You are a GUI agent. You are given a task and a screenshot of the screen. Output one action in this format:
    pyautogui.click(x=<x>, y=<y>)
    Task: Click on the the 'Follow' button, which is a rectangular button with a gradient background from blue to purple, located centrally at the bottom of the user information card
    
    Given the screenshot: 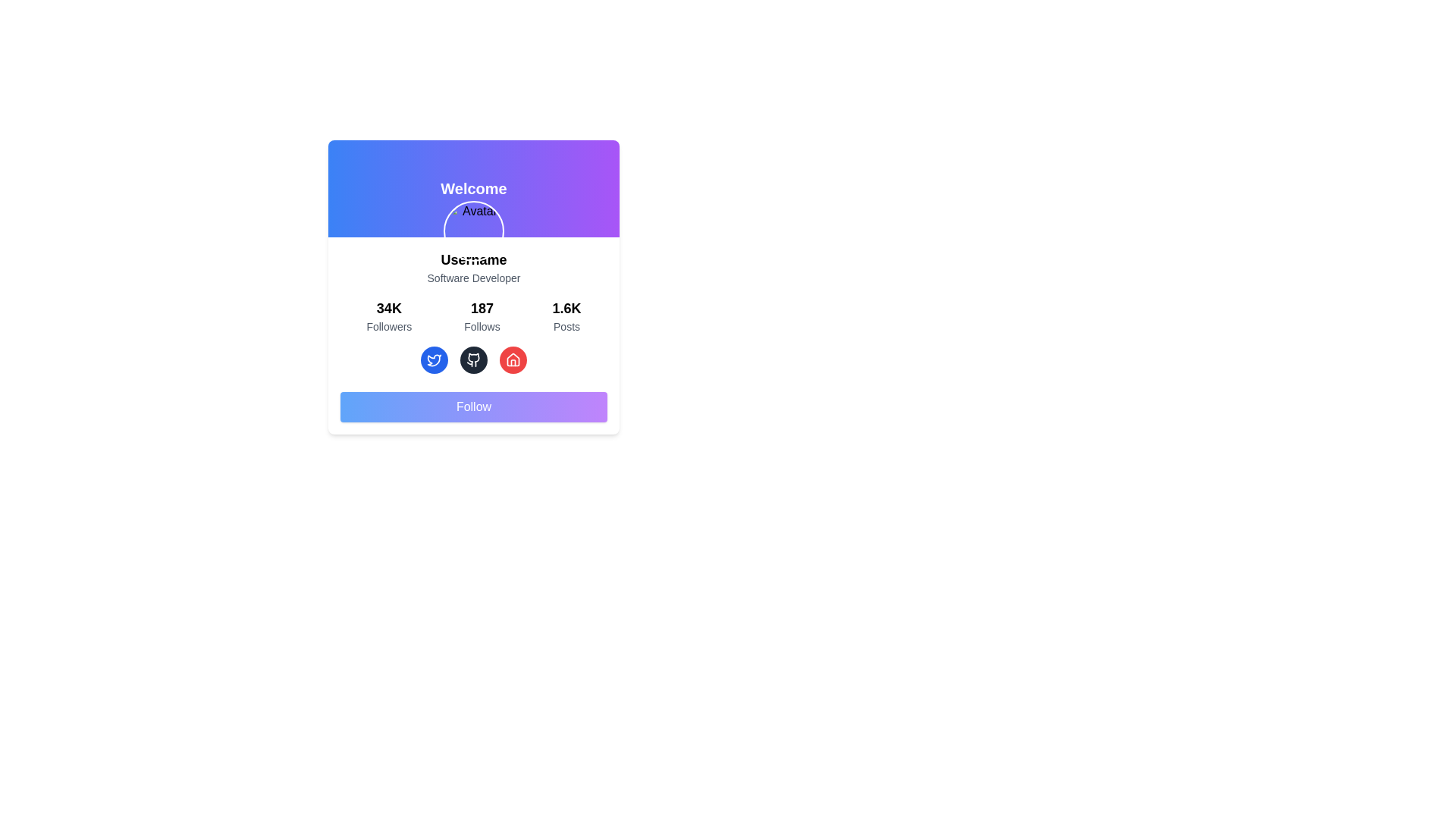 What is the action you would take?
    pyautogui.click(x=472, y=406)
    